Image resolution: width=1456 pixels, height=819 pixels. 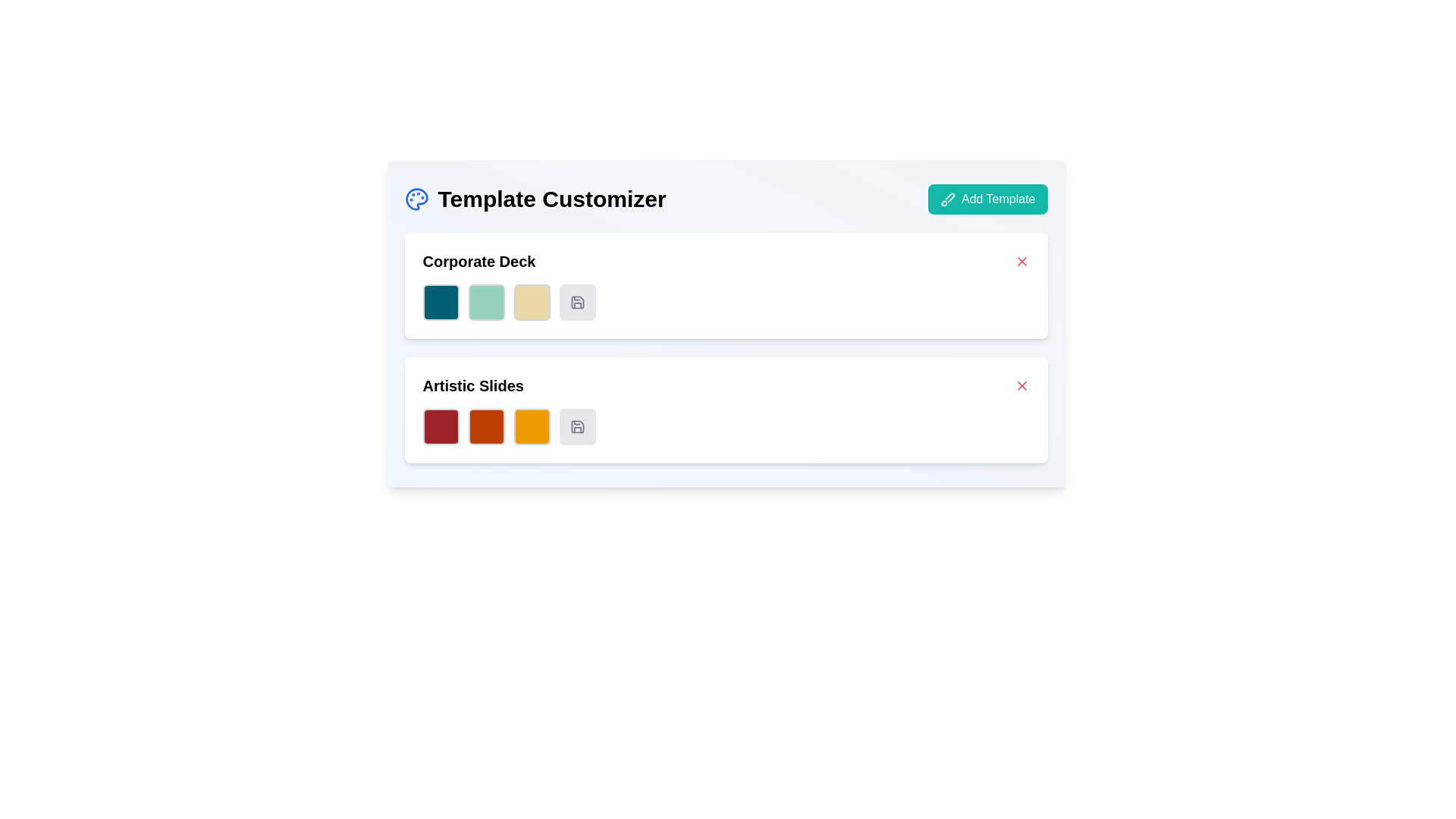 I want to click on the bold text label 'Artistic Slides', so click(x=472, y=385).